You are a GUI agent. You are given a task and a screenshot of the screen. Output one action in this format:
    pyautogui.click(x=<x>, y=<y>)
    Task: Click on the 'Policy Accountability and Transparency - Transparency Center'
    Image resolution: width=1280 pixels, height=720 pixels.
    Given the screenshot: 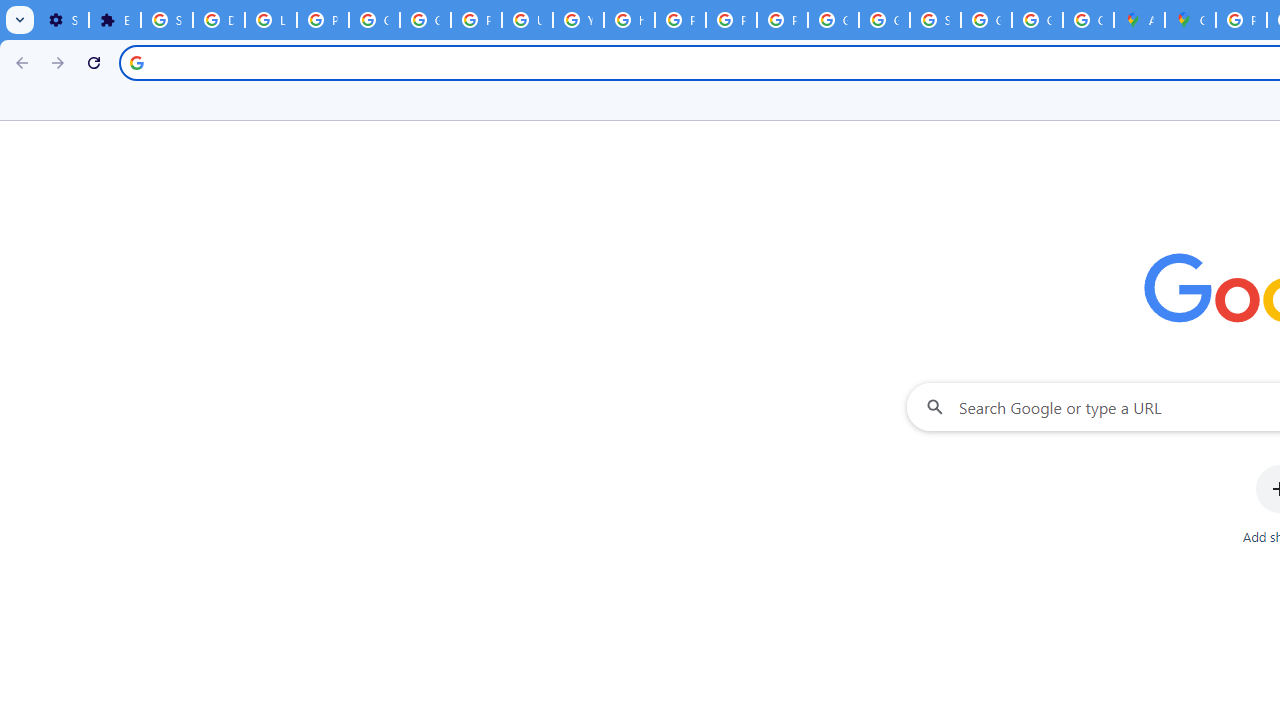 What is the action you would take?
    pyautogui.click(x=1240, y=20)
    